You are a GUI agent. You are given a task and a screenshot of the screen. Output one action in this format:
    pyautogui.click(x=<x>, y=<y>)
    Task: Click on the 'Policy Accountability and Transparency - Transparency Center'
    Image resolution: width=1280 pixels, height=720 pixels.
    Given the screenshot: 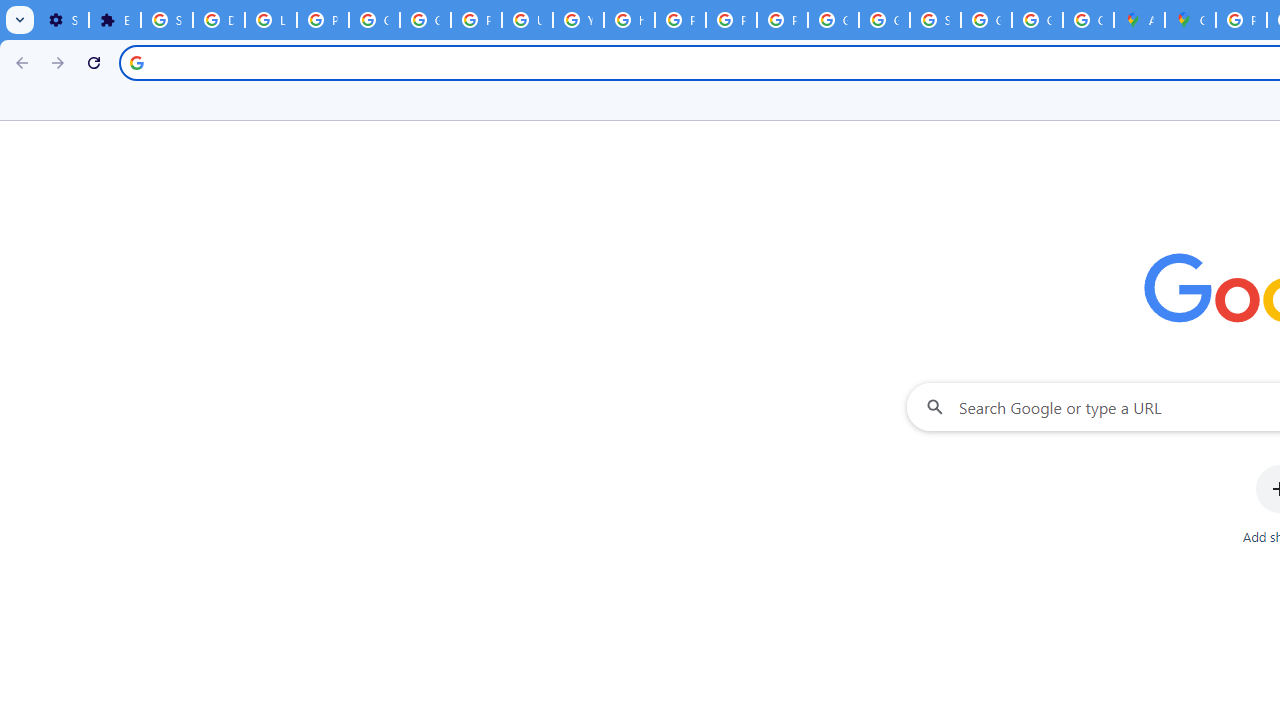 What is the action you would take?
    pyautogui.click(x=1240, y=20)
    